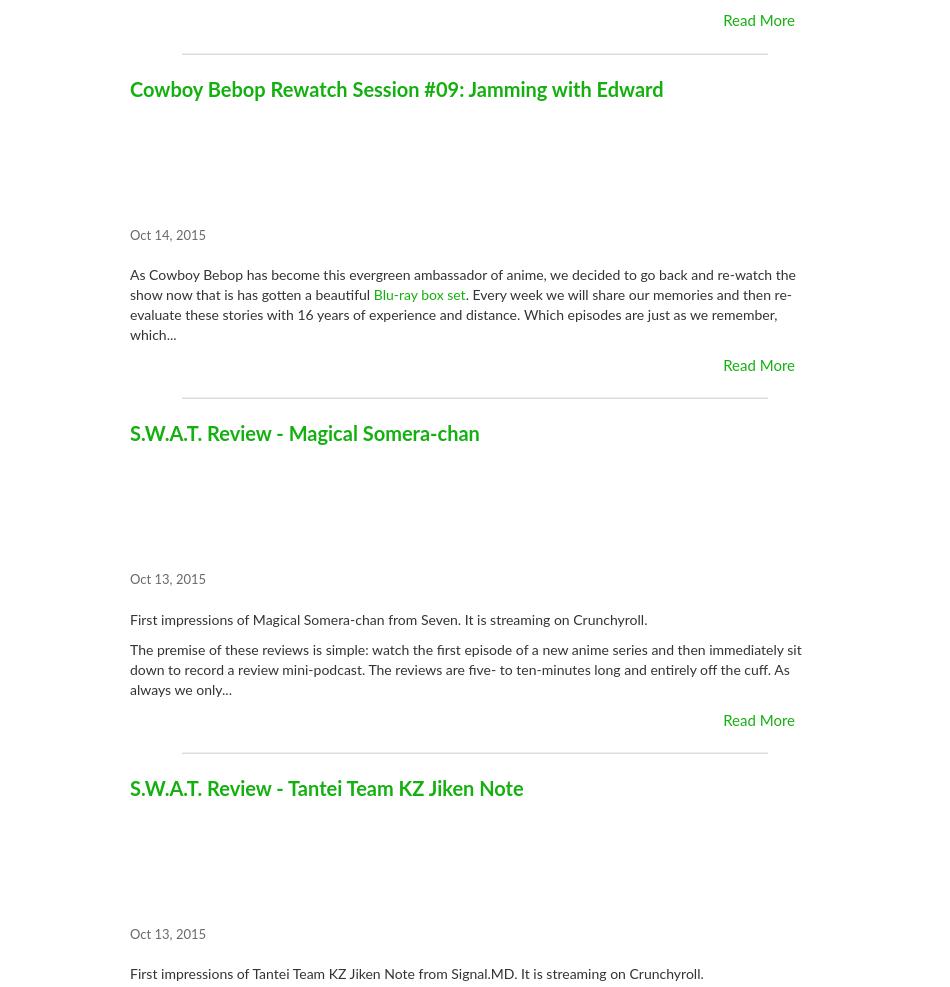  Describe the element at coordinates (460, 315) in the screenshot. I see `'. Every week we will share our
memories and then re-evaluate these stories with 16 years of
experience and distance. Which episodes are just as we remember,
which...'` at that location.